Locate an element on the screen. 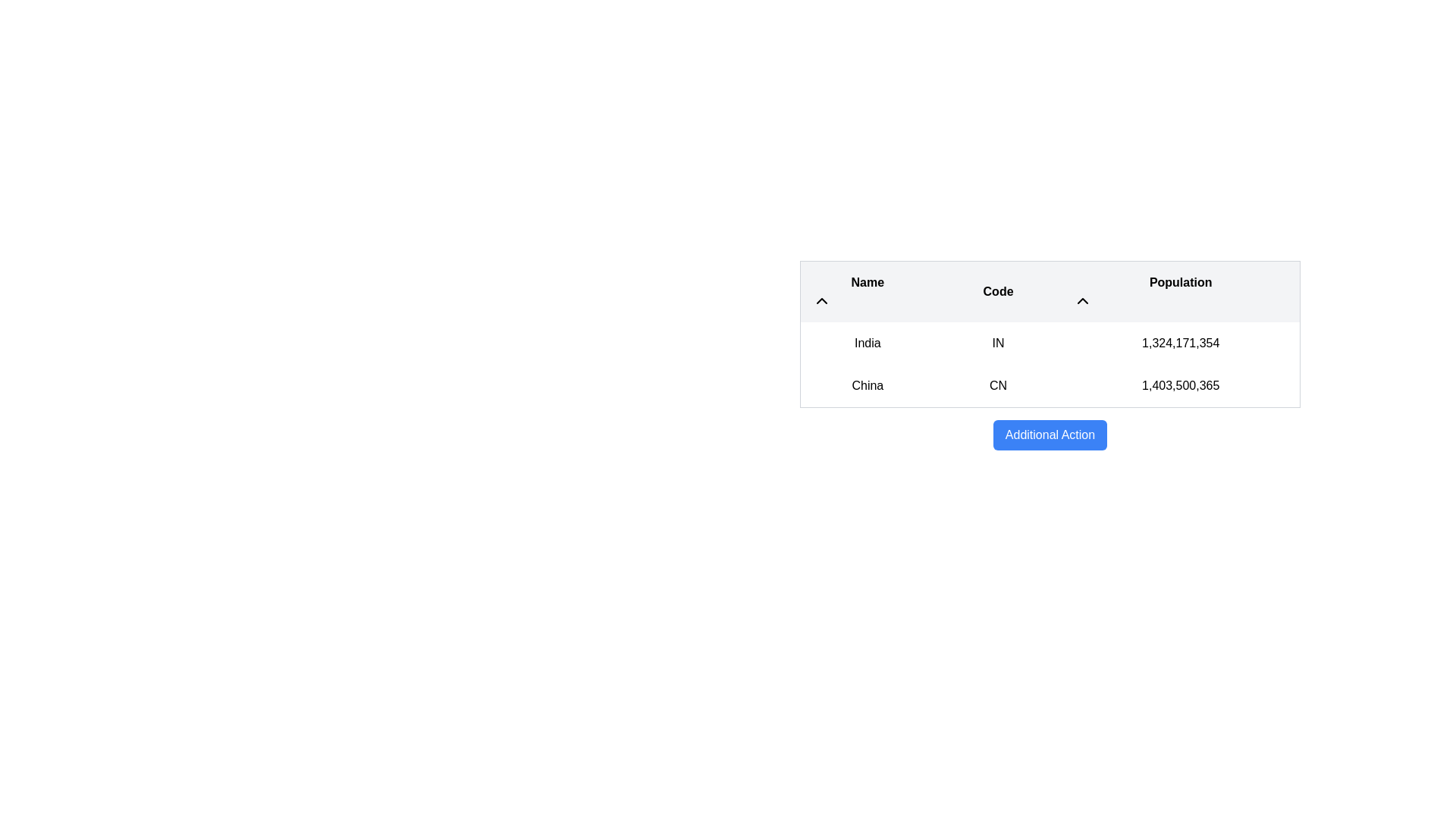 This screenshot has height=819, width=1456. the 'Population' sortable column header to sort the column is located at coordinates (1180, 291).